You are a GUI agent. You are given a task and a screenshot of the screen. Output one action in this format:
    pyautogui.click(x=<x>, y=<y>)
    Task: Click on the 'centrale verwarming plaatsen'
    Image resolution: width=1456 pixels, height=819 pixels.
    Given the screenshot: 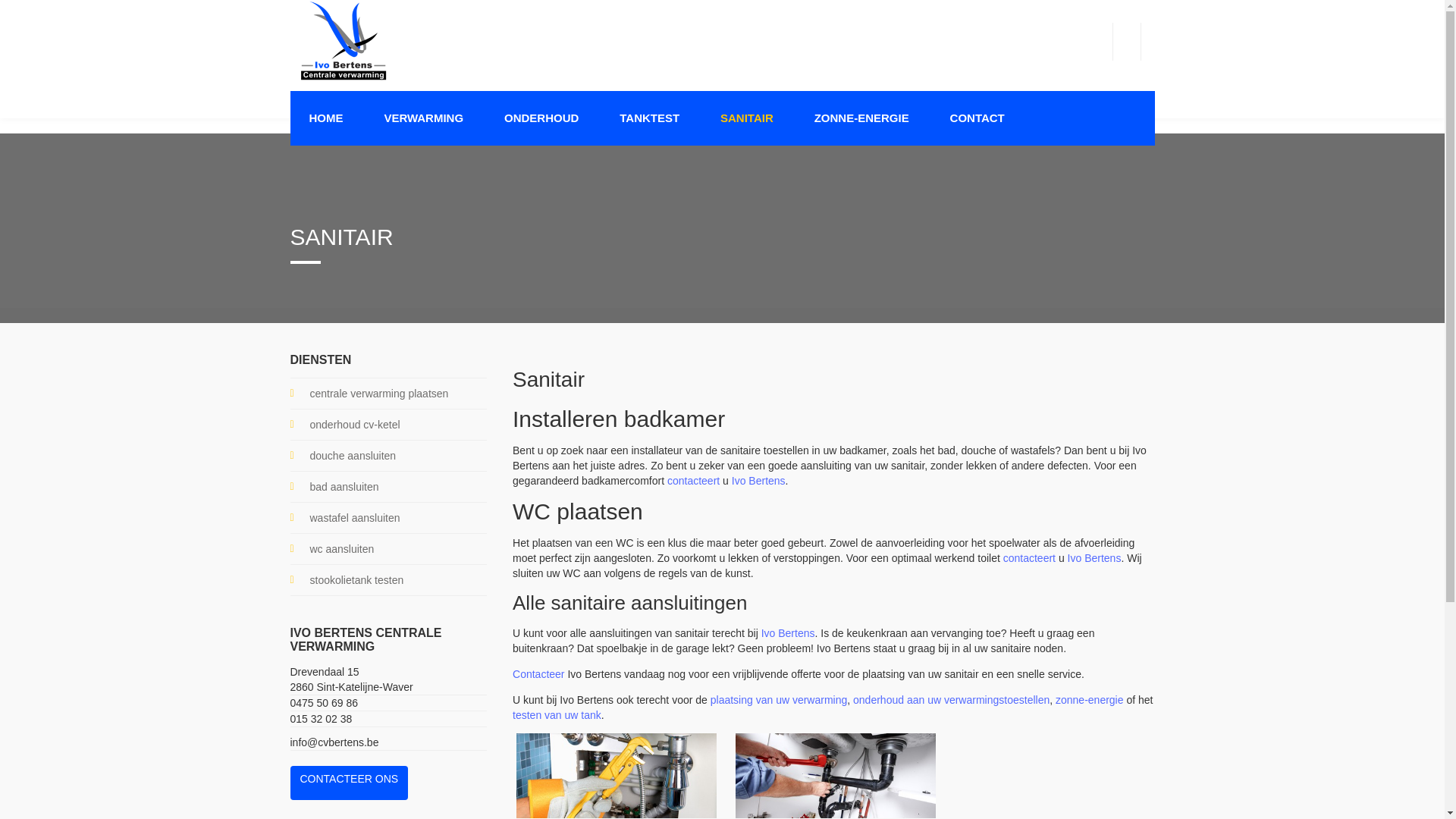 What is the action you would take?
    pyautogui.click(x=388, y=393)
    